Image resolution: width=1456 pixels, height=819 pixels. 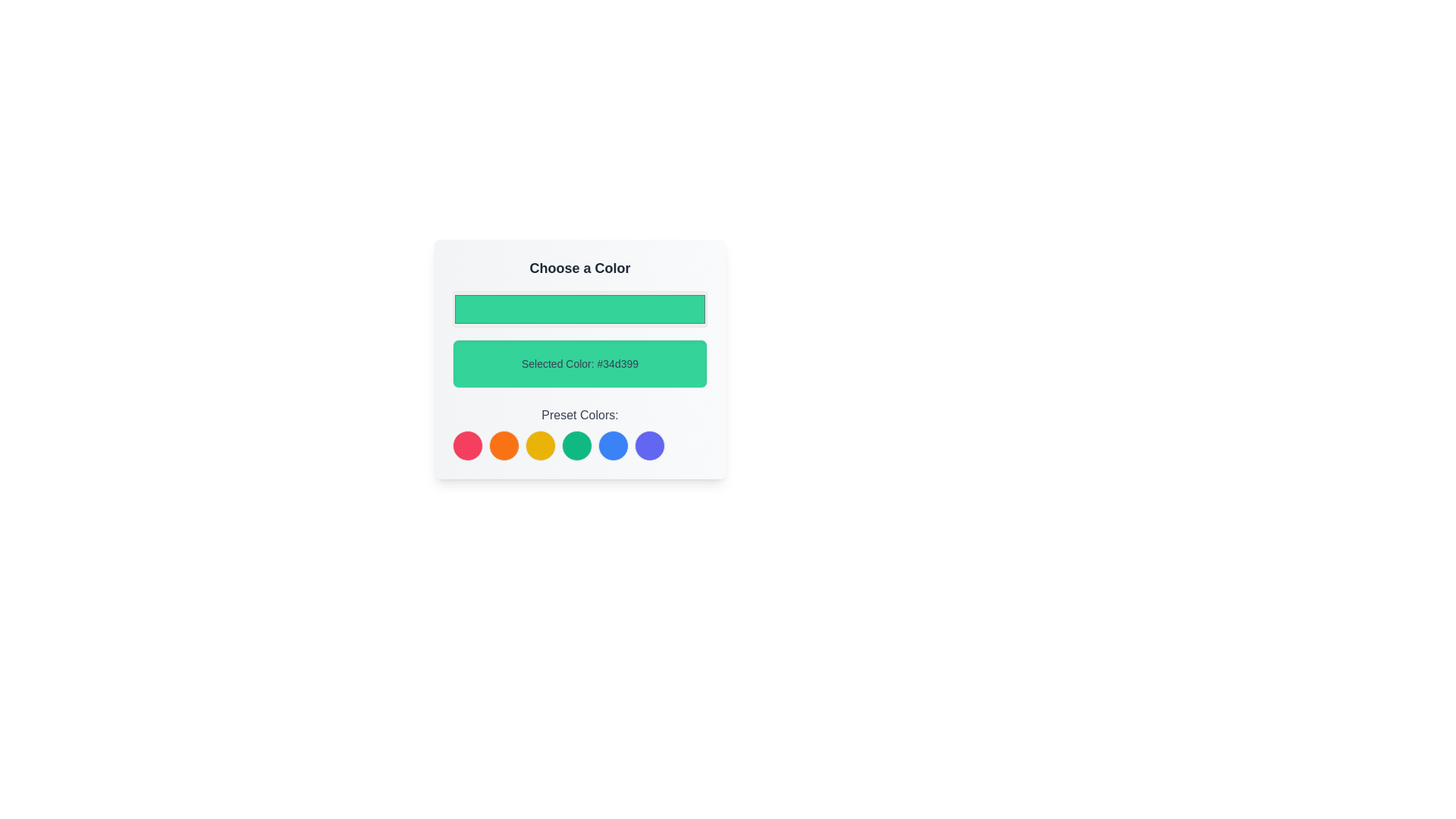 What do you see at coordinates (579, 415) in the screenshot?
I see `the text label that says 'Preset Colors:', which is styled with medium font weight and gray color, positioned above the circular color options` at bounding box center [579, 415].